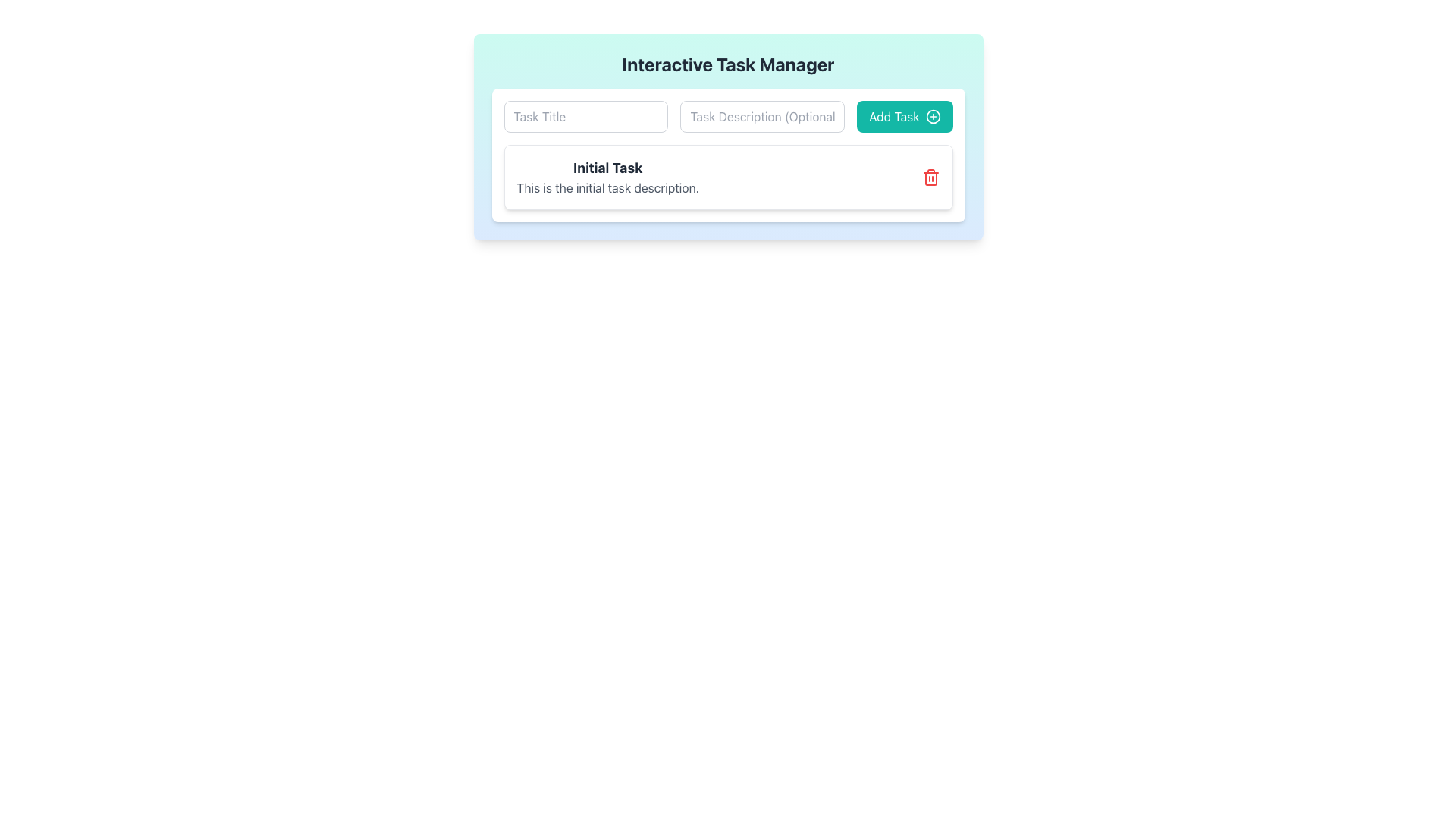 The height and width of the screenshot is (819, 1456). Describe the element at coordinates (728, 63) in the screenshot. I see `text from the header displaying 'Interactive Task Manager', which is a bolded, large font in dark gray on a gradient background` at that location.